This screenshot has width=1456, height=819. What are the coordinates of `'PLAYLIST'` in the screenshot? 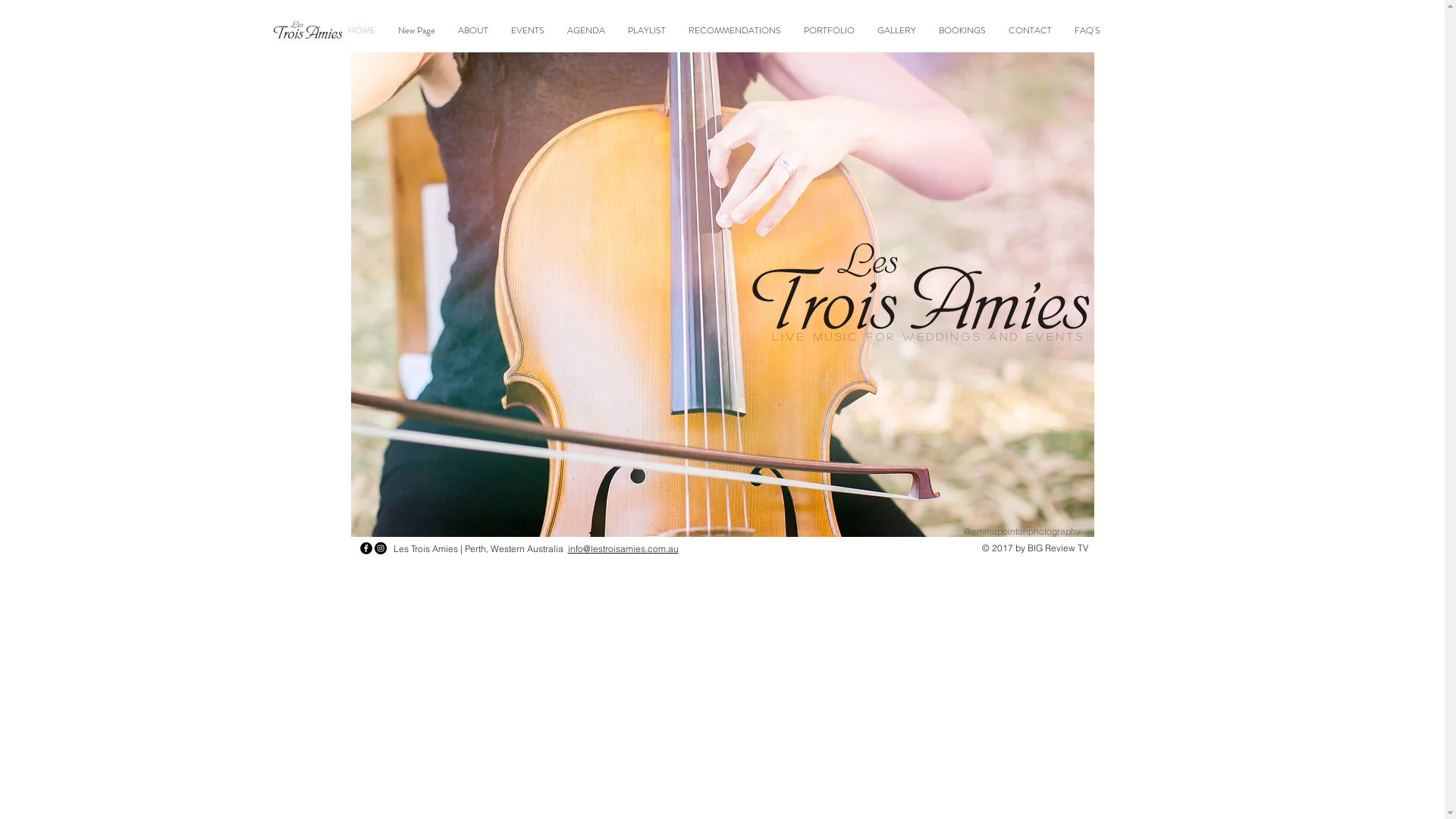 It's located at (647, 30).